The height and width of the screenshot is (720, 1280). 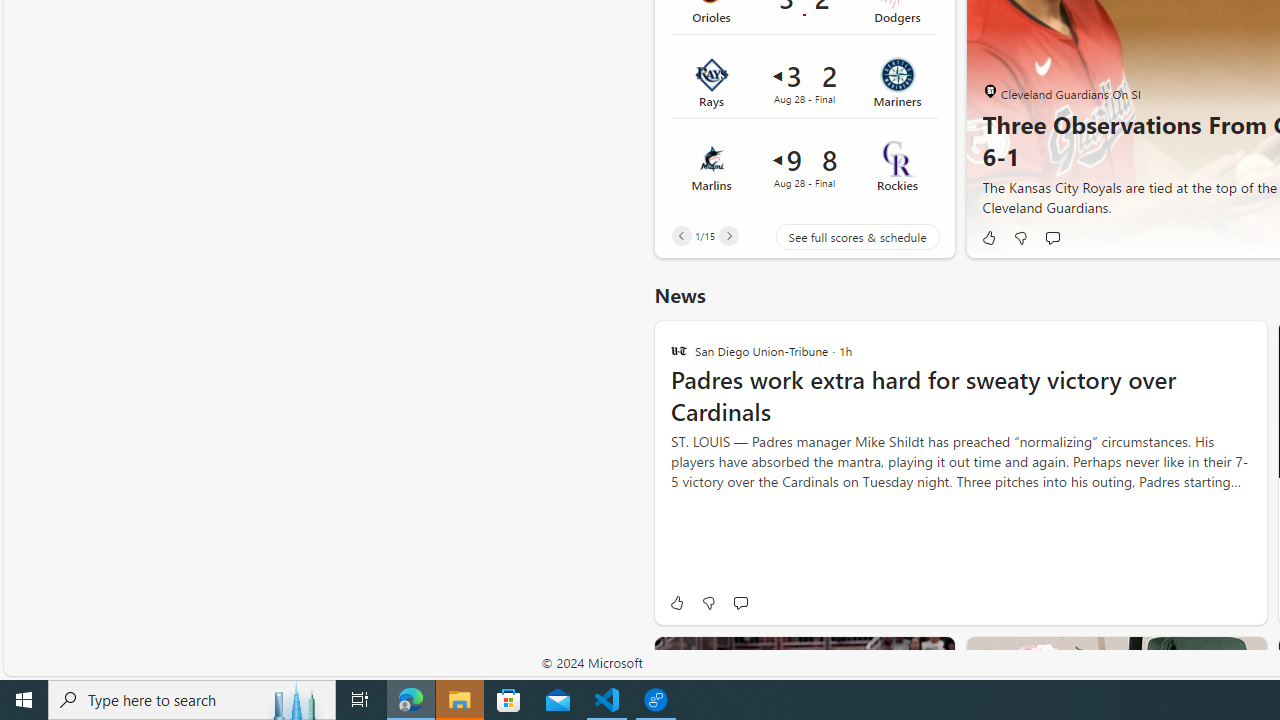 I want to click on 'Rays 3 vs Mariners 2Final Date Aug 28', so click(x=804, y=82).